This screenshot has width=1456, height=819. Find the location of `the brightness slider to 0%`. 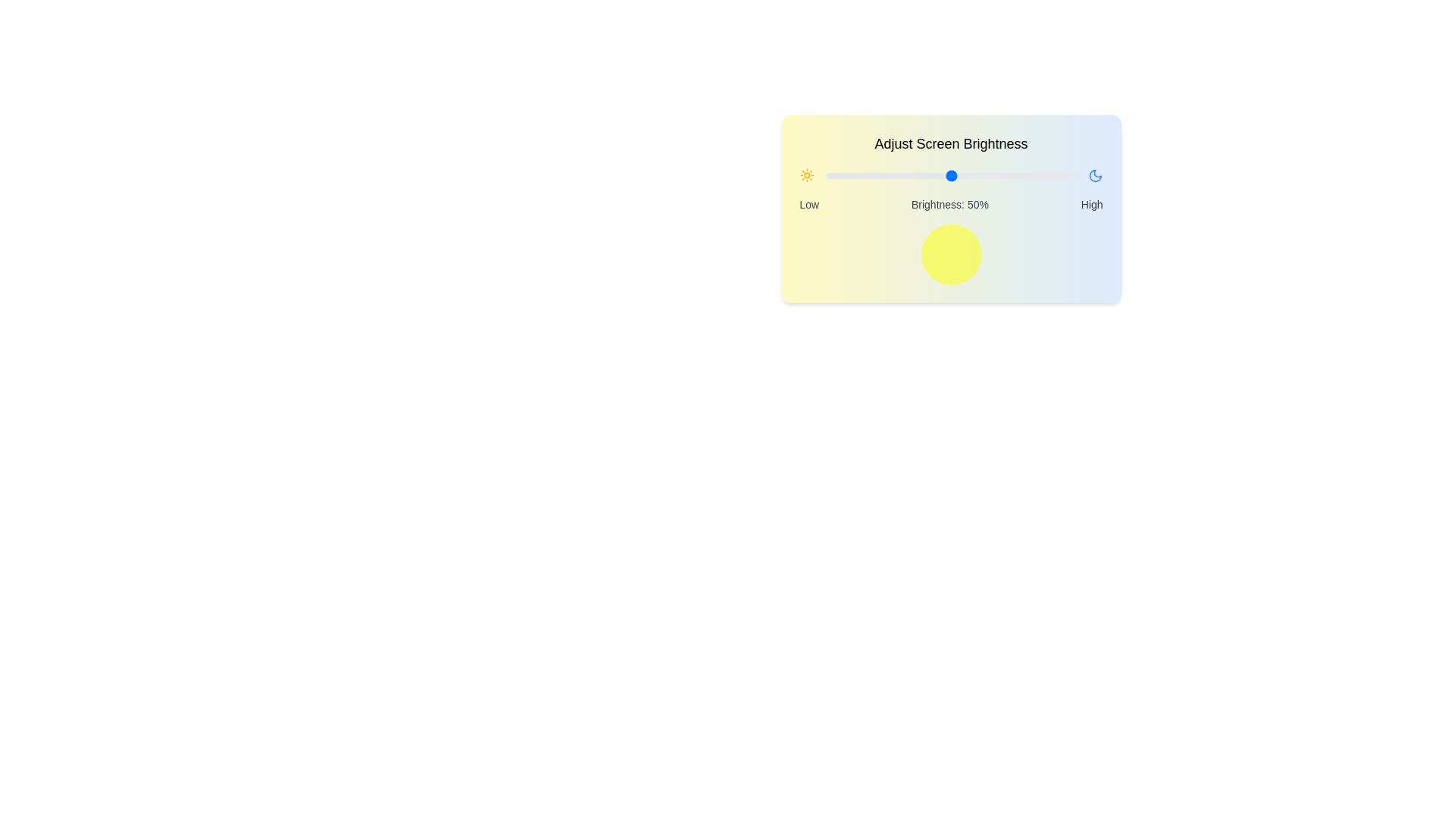

the brightness slider to 0% is located at coordinates (826, 174).